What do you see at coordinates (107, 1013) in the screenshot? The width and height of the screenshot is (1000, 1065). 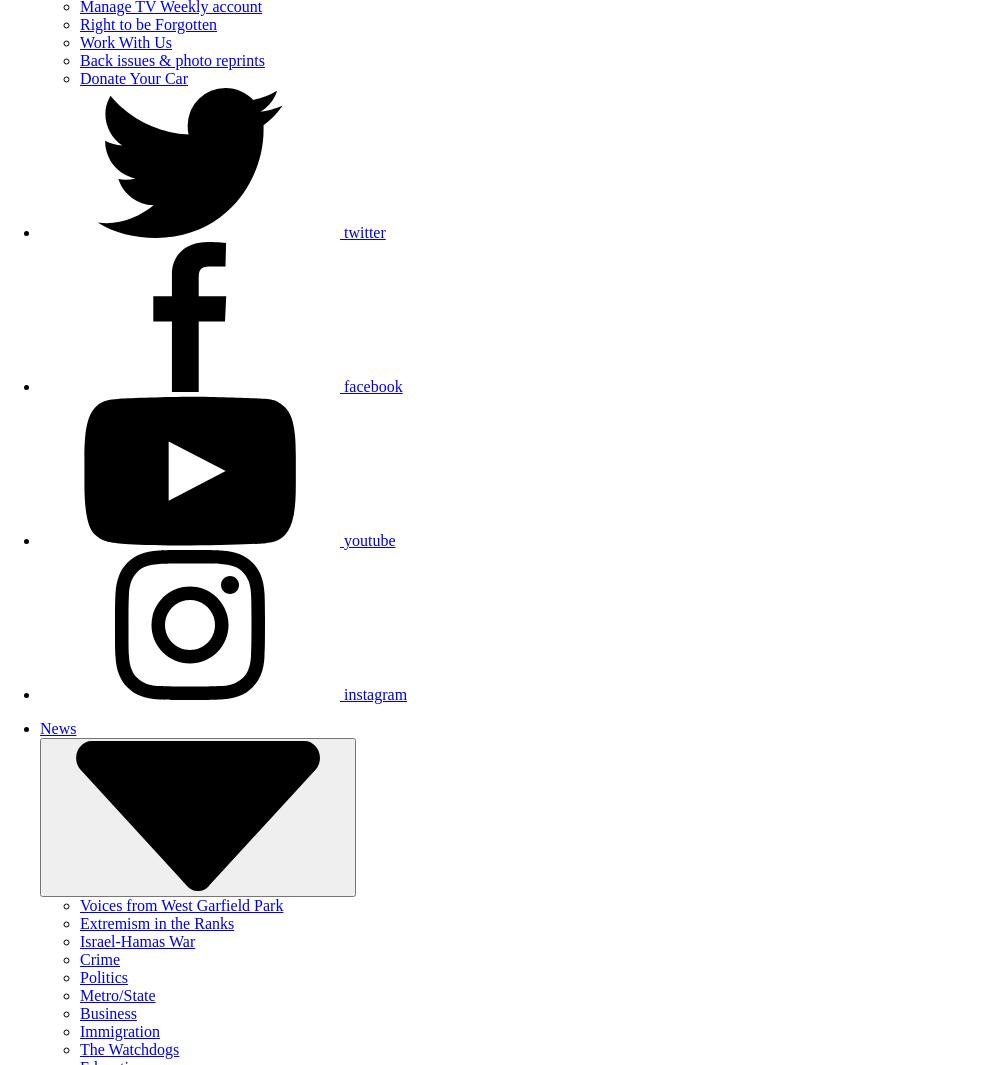 I see `'Business'` at bounding box center [107, 1013].